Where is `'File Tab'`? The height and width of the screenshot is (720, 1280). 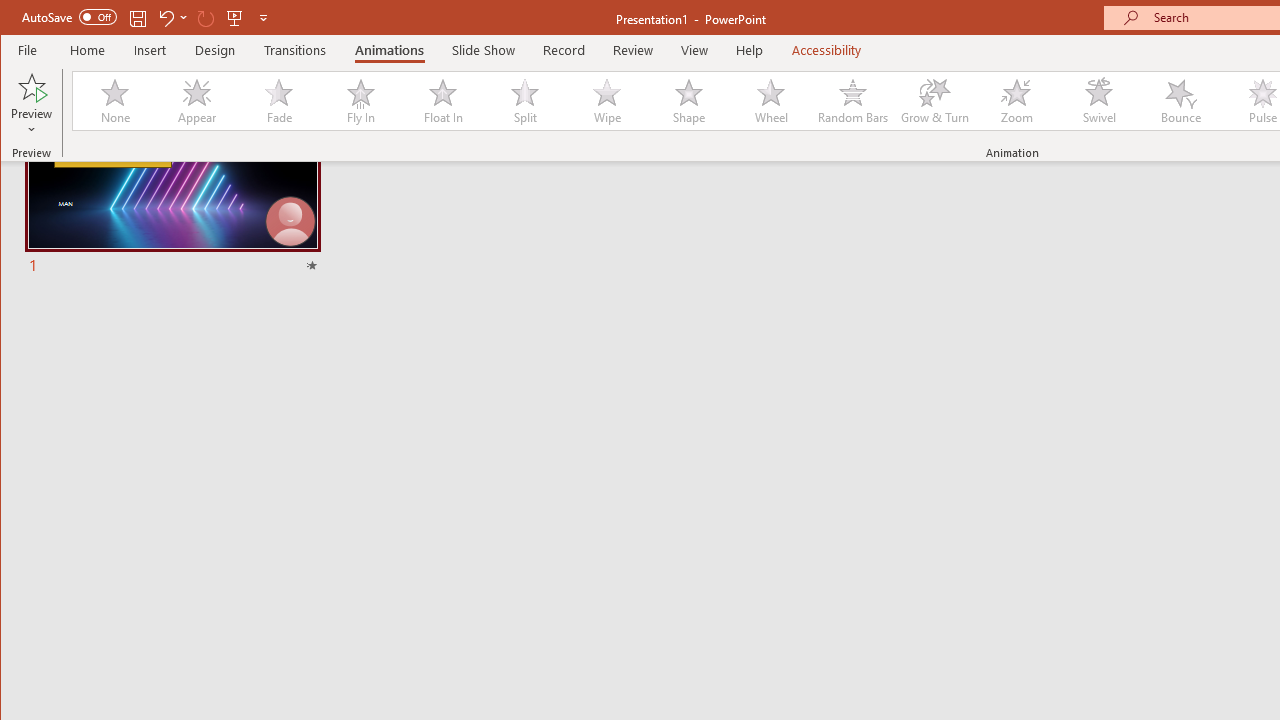
'File Tab' is located at coordinates (28, 49).